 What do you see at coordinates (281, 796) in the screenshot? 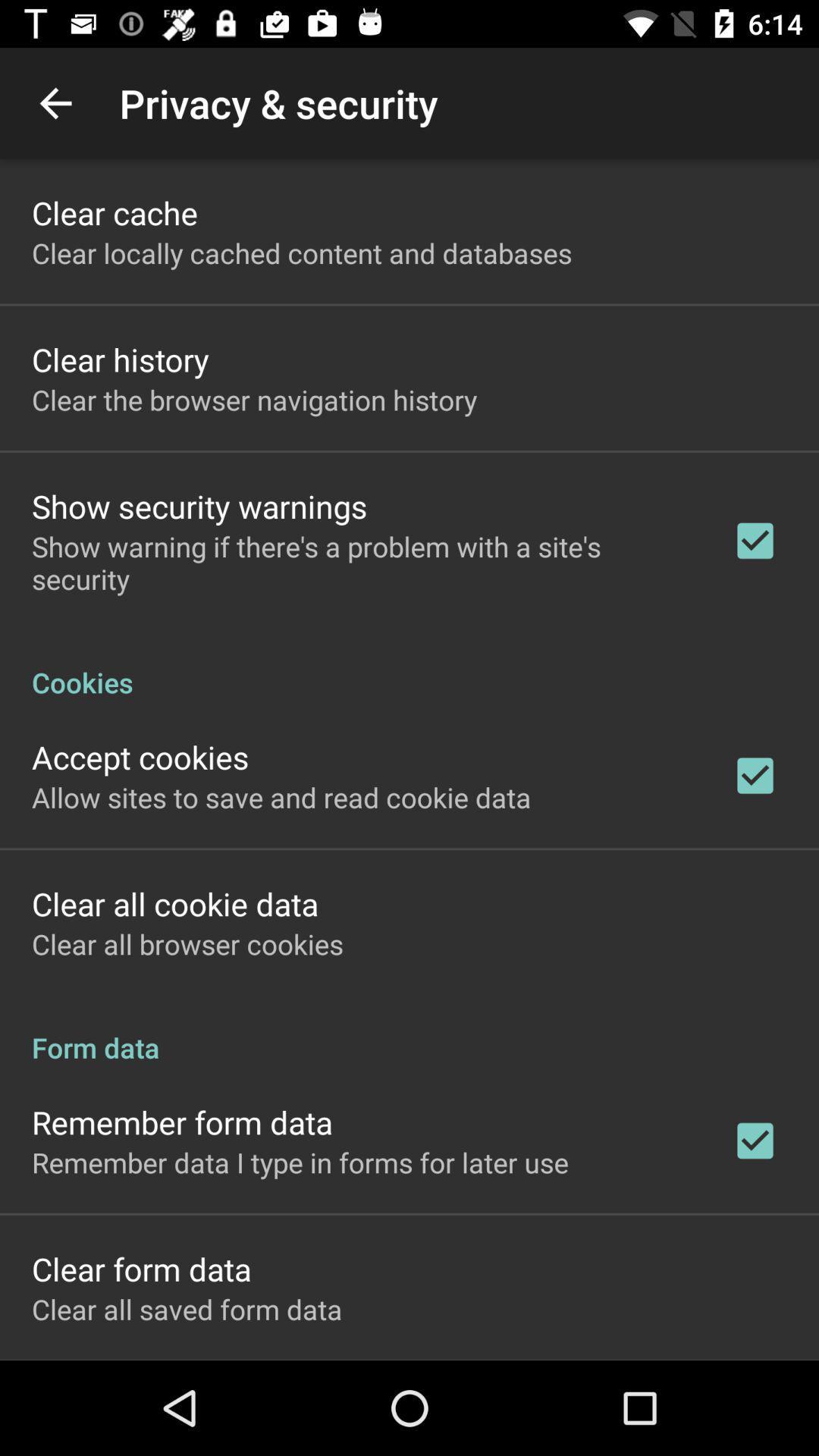
I see `icon below accept cookies` at bounding box center [281, 796].